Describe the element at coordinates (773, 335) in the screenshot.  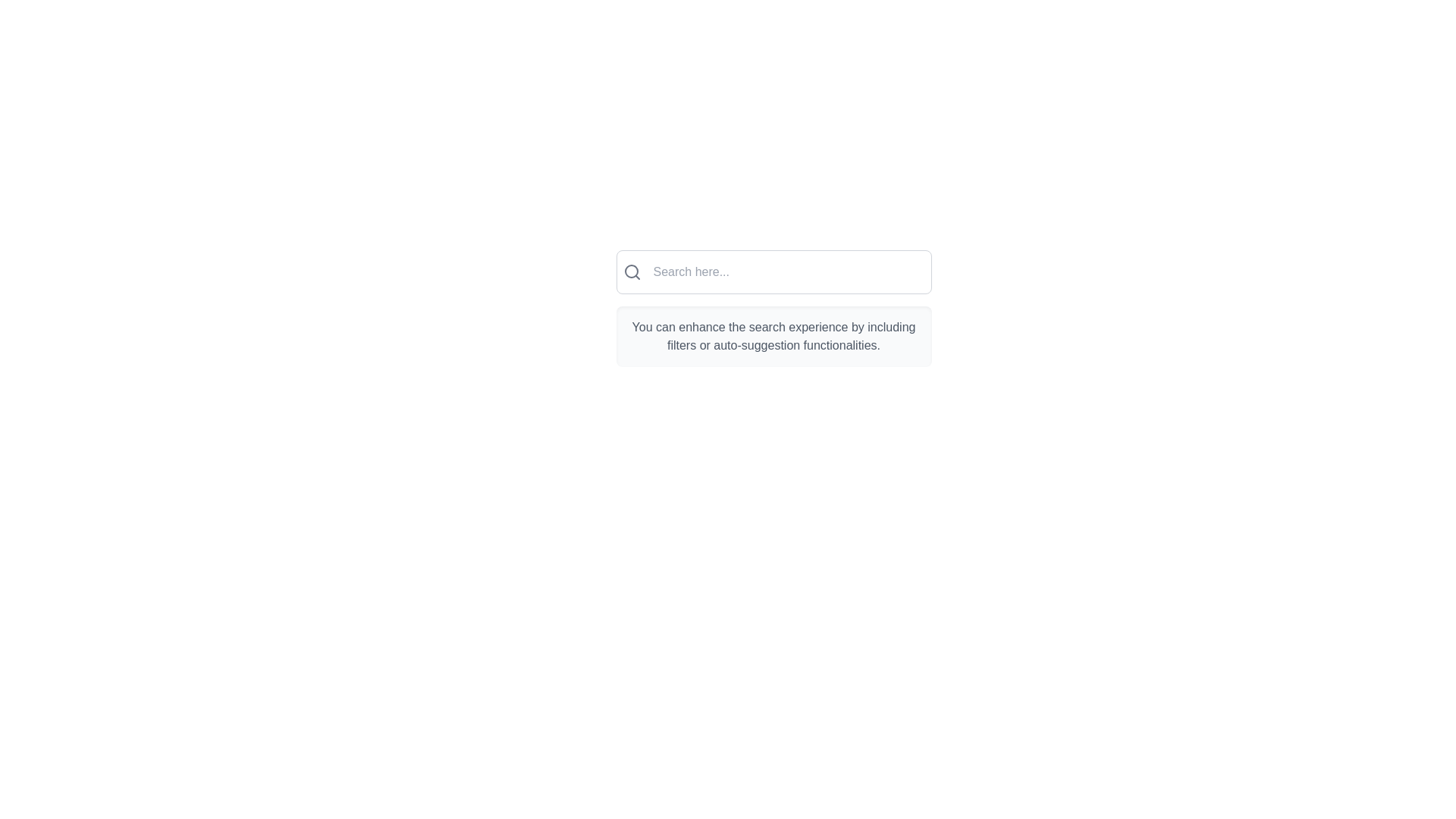
I see `the static informative text below the search bar that communicates enhancements to the search experience` at that location.